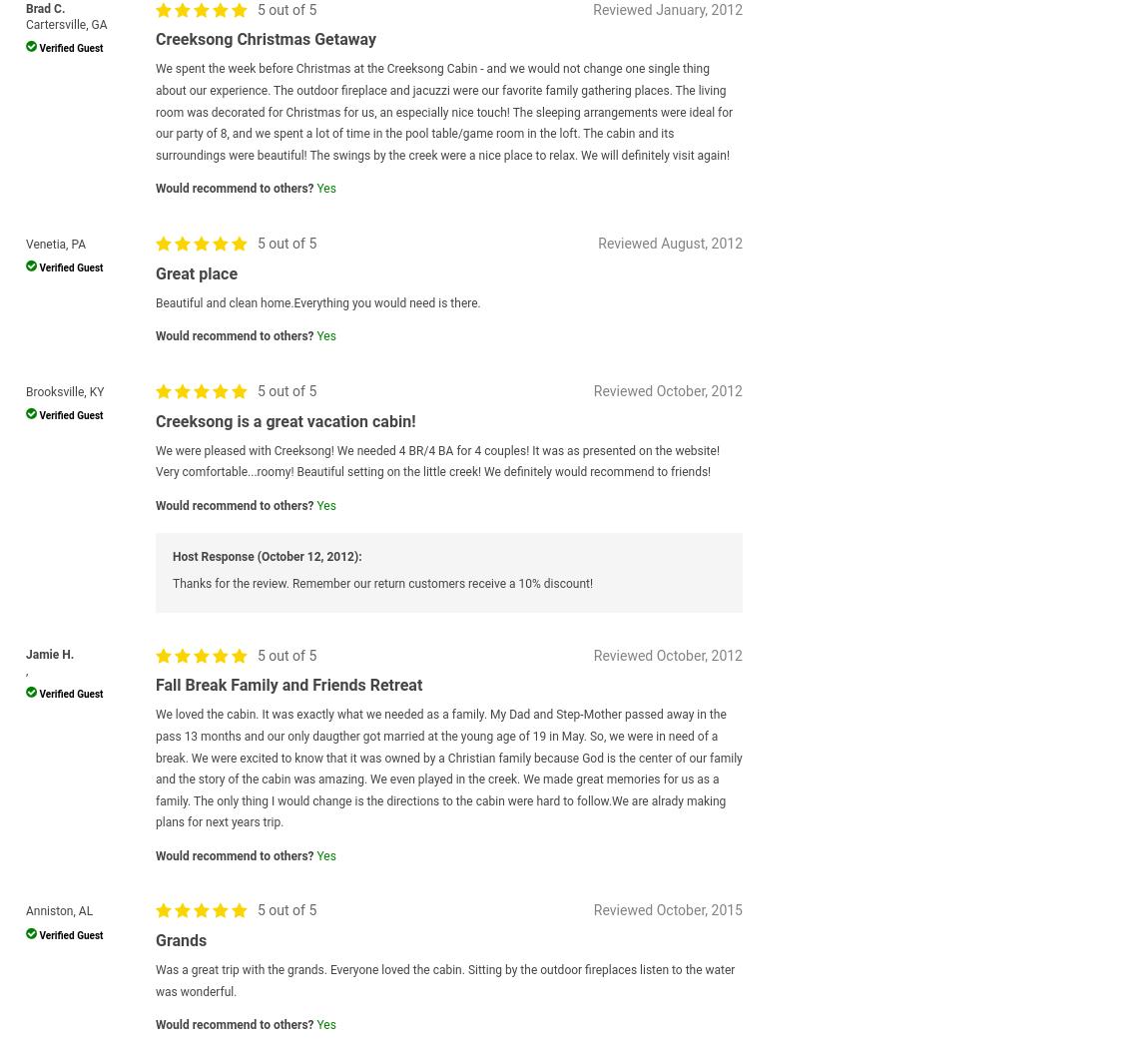  What do you see at coordinates (437, 460) in the screenshot?
I see `'We were pleased with Creeksong!  We needed 4 BR/4 BA for 4 couples!  It was as presented on the website!  Very comfortable...roomy!  Beautiful setting on the little creek!  We definitely would recommend to friends!'` at bounding box center [437, 460].